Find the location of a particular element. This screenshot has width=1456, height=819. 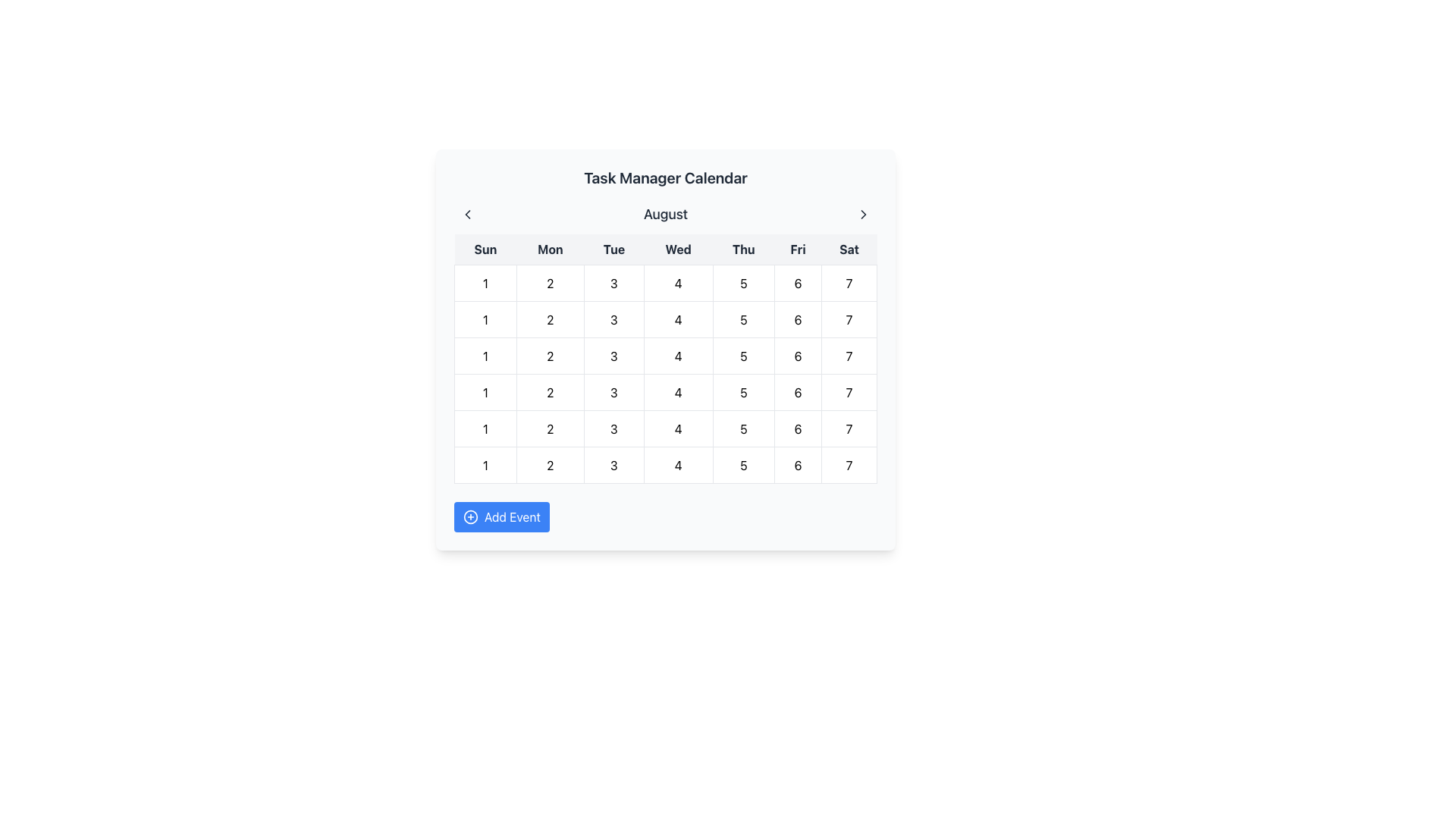

the centered numeral '4' in bold style within the small square box of the selected Calendar Date Cell in the Task Manager Calendar interface is located at coordinates (677, 428).